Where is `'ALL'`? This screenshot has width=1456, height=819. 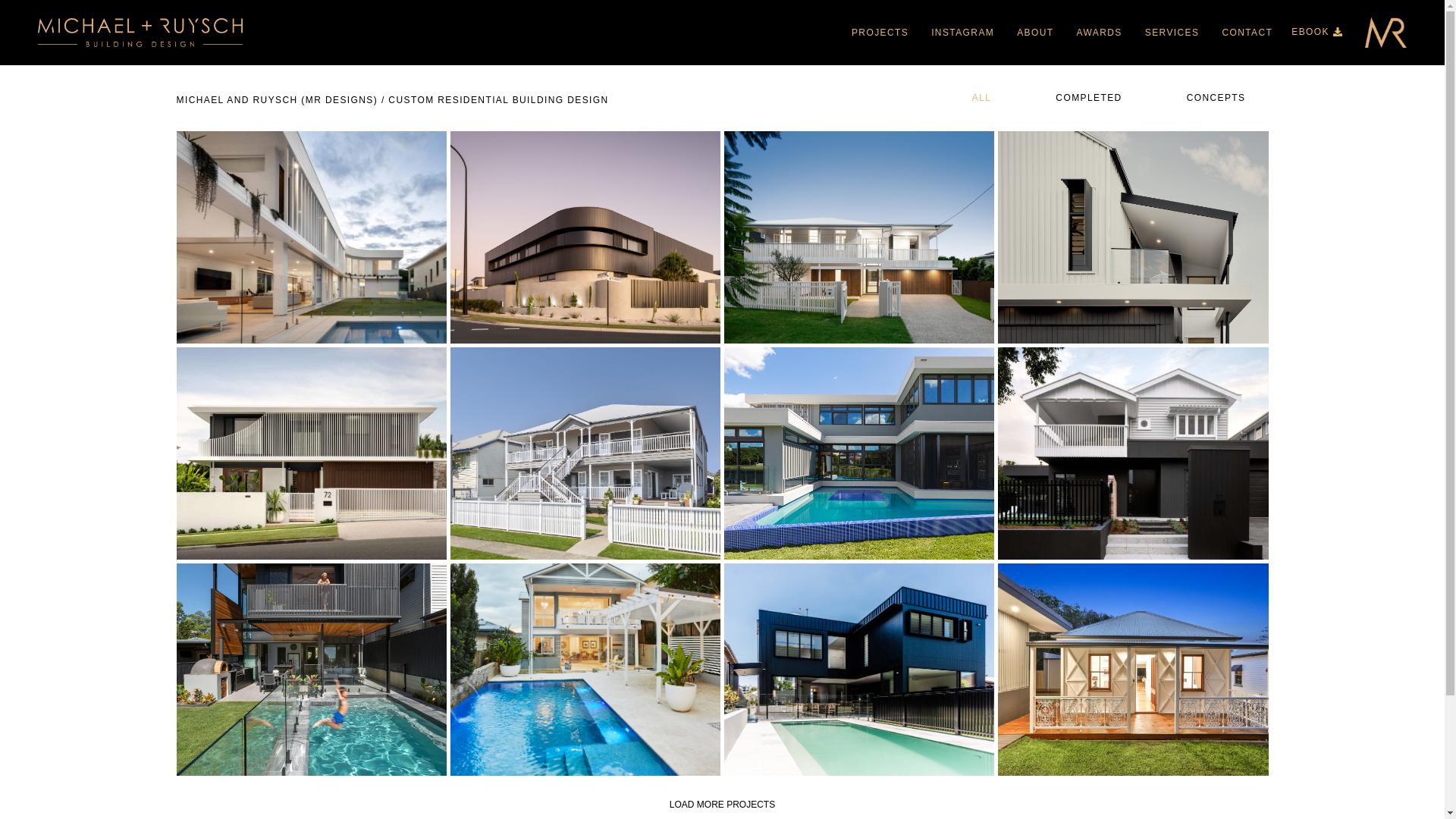
'ALL' is located at coordinates (980, 99).